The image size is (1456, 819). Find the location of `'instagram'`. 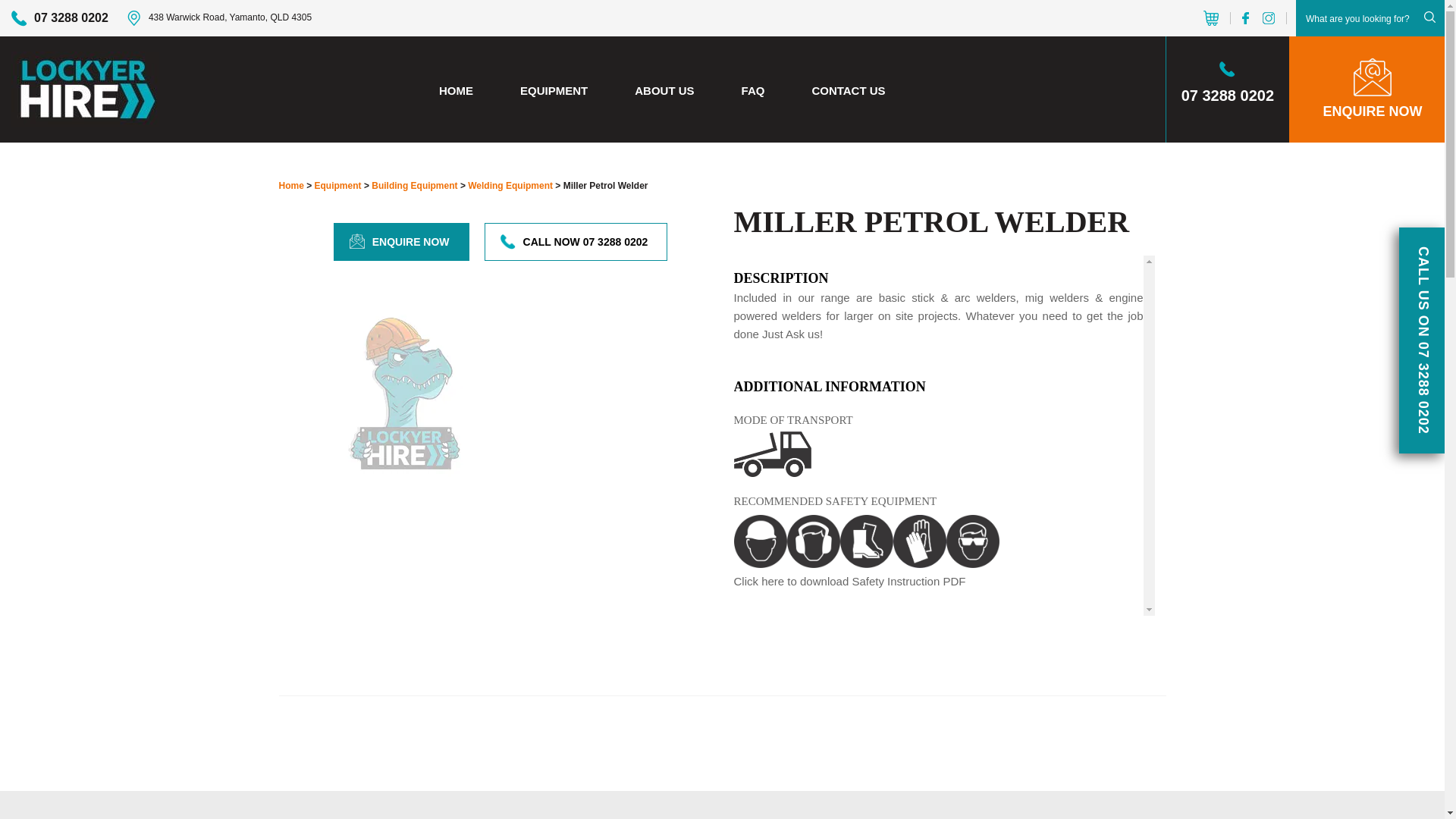

'instagram' is located at coordinates (1269, 17).